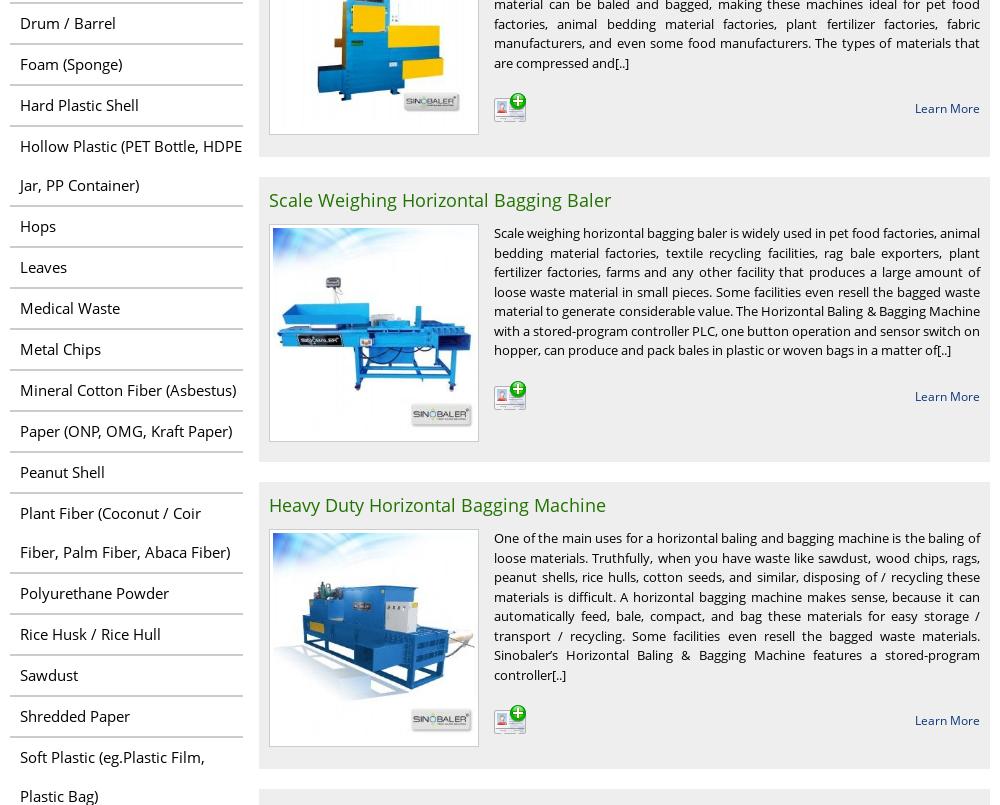  I want to click on 'Plant Fiber (Coconut / Coir Fiber, Palm Fiber, Abaca Fiber)', so click(125, 531).